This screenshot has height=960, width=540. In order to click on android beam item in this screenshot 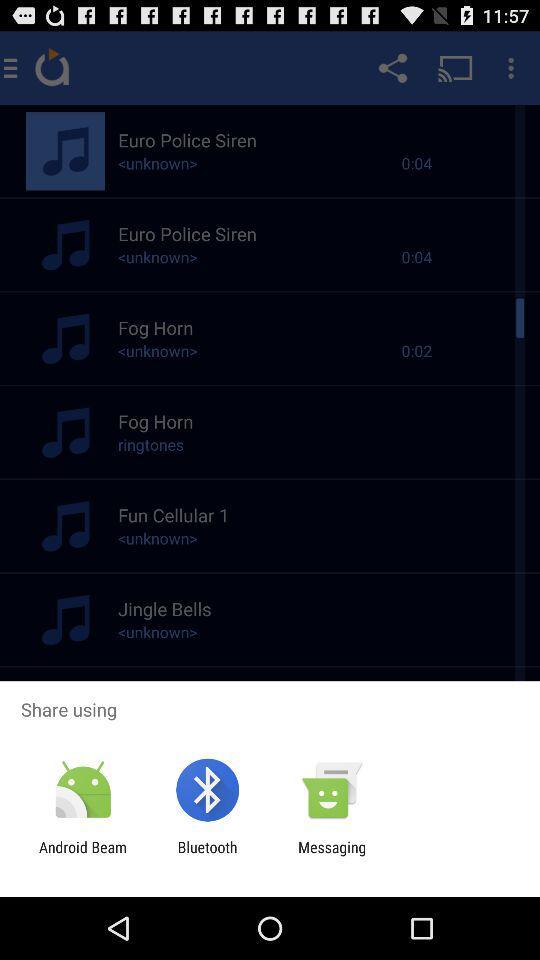, I will do `click(82, 855)`.